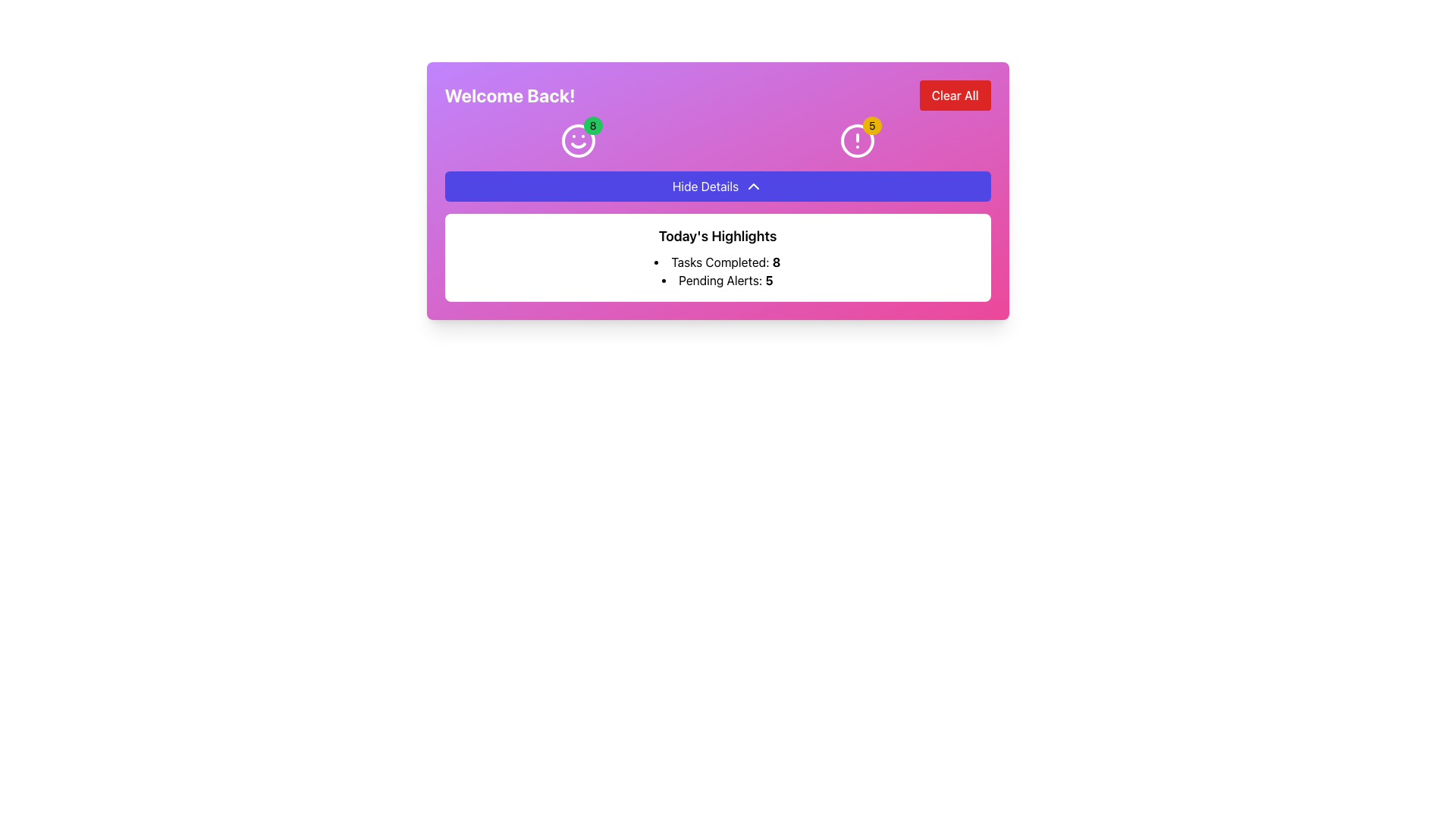 The height and width of the screenshot is (819, 1456). What do you see at coordinates (754, 186) in the screenshot?
I see `the small upward-facing chevron icon adjacent to the 'Hide Details' text, which is part of a button in a blue background area` at bounding box center [754, 186].